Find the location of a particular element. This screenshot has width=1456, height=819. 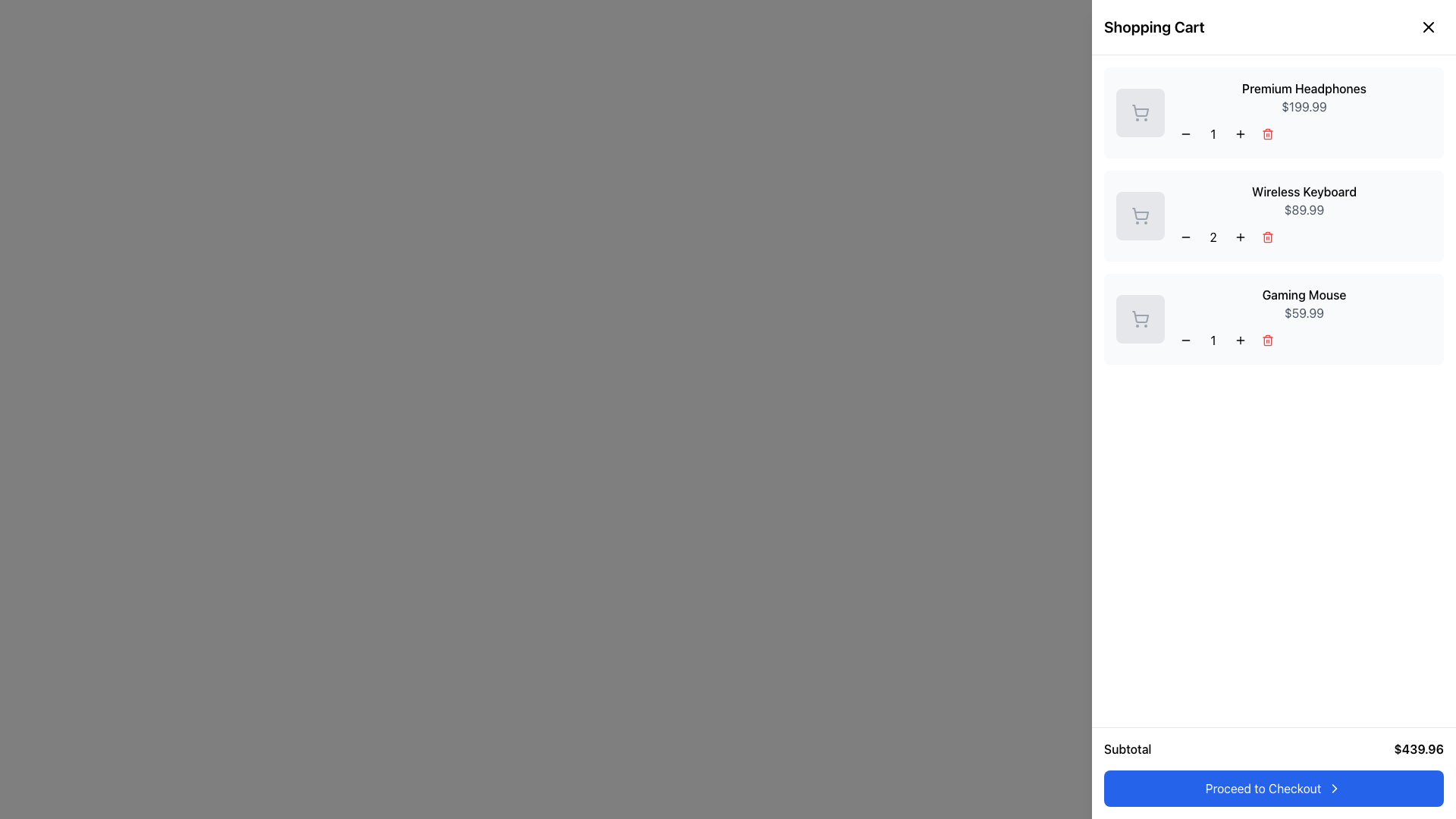

the displayed quantity of the 'Wireless Keyboard' in the shopping cart interface, which is represented by a Text label located centrally in the row of quantity adjustment controls is located at coordinates (1303, 237).